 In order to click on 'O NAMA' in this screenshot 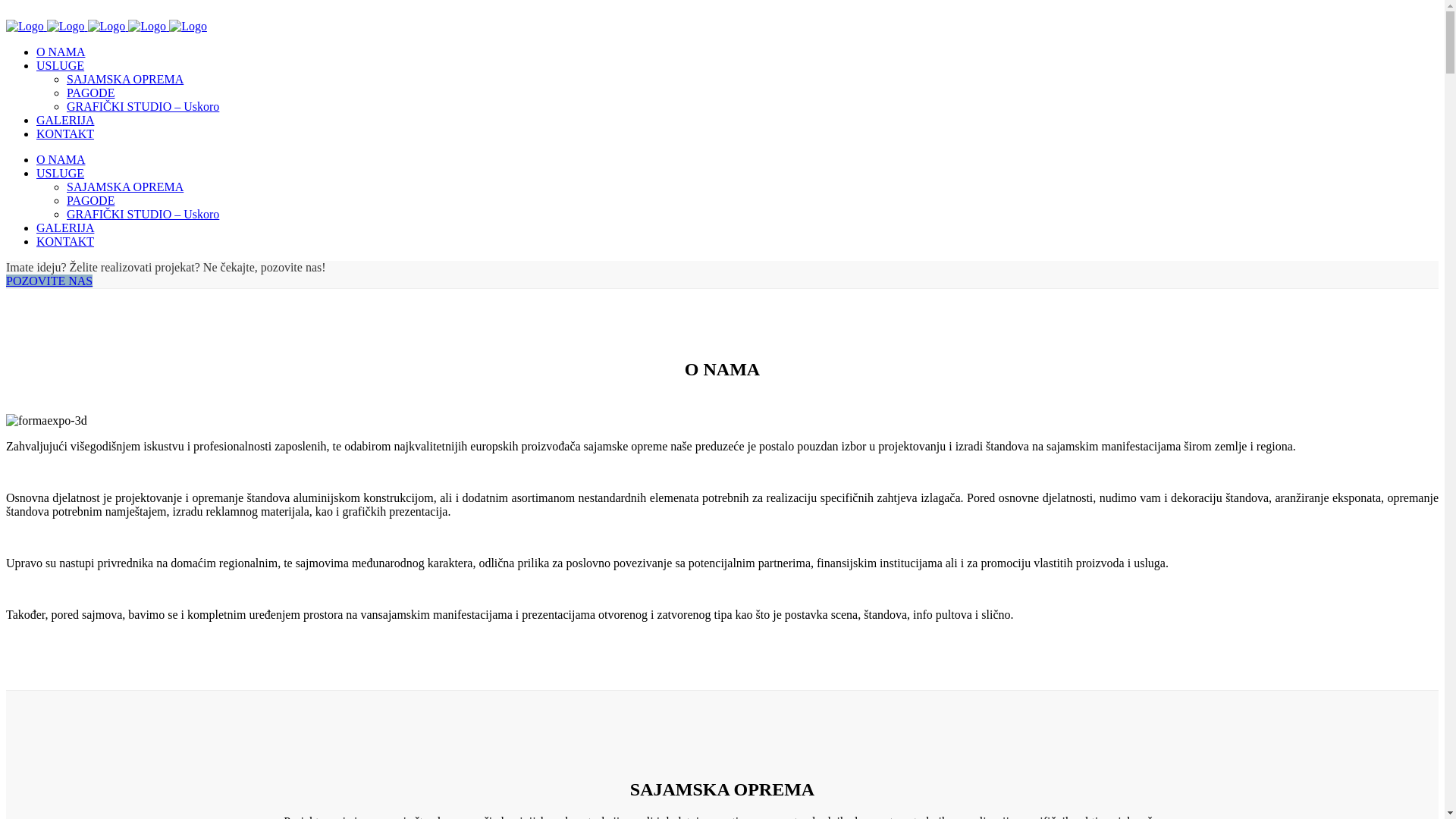, I will do `click(61, 51)`.